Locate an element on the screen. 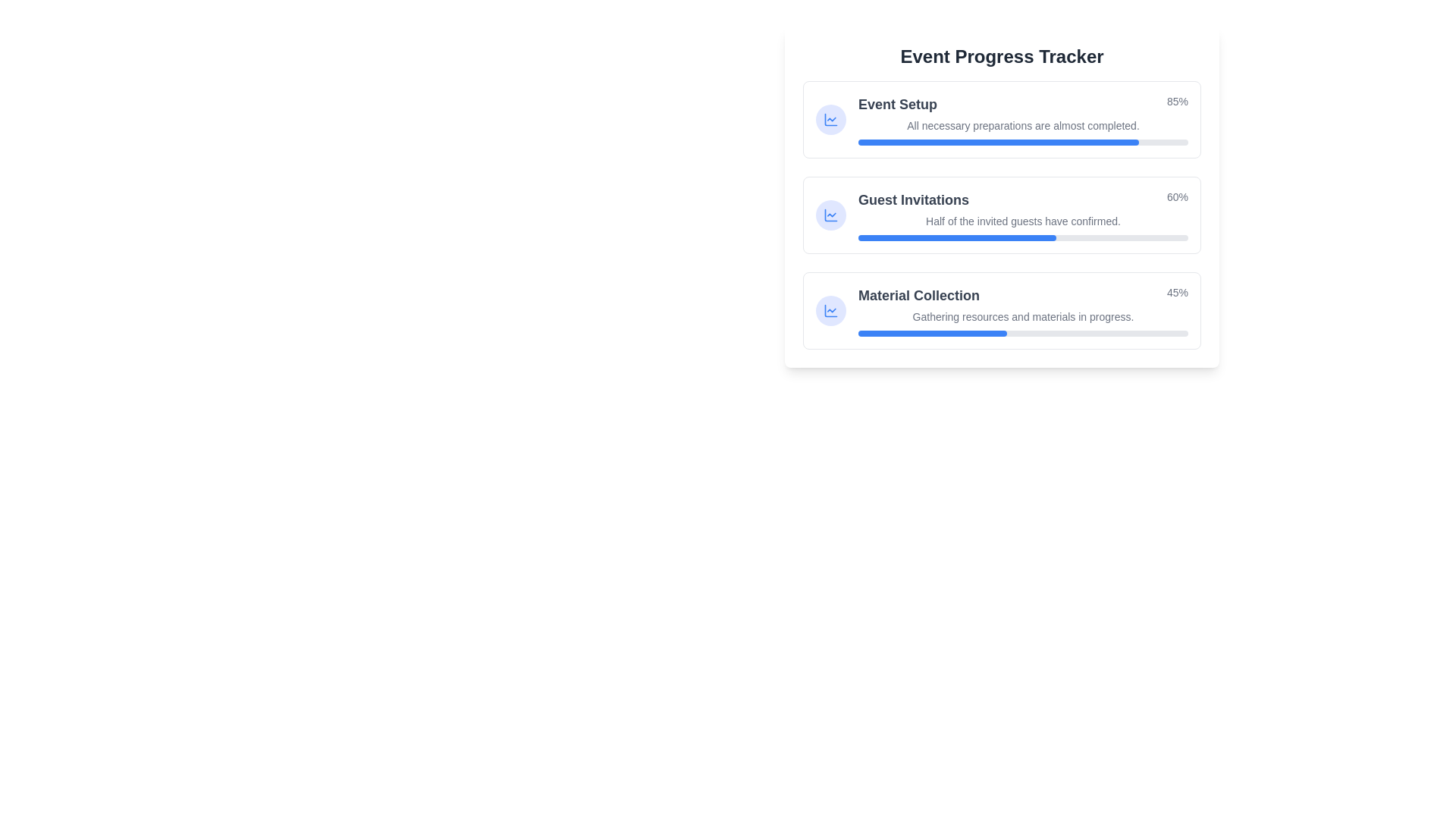 This screenshot has height=819, width=1456. text label displaying 'Material Collection' which is styled in bold and gray color, located in the center-left of the third progress tracker row is located at coordinates (918, 295).